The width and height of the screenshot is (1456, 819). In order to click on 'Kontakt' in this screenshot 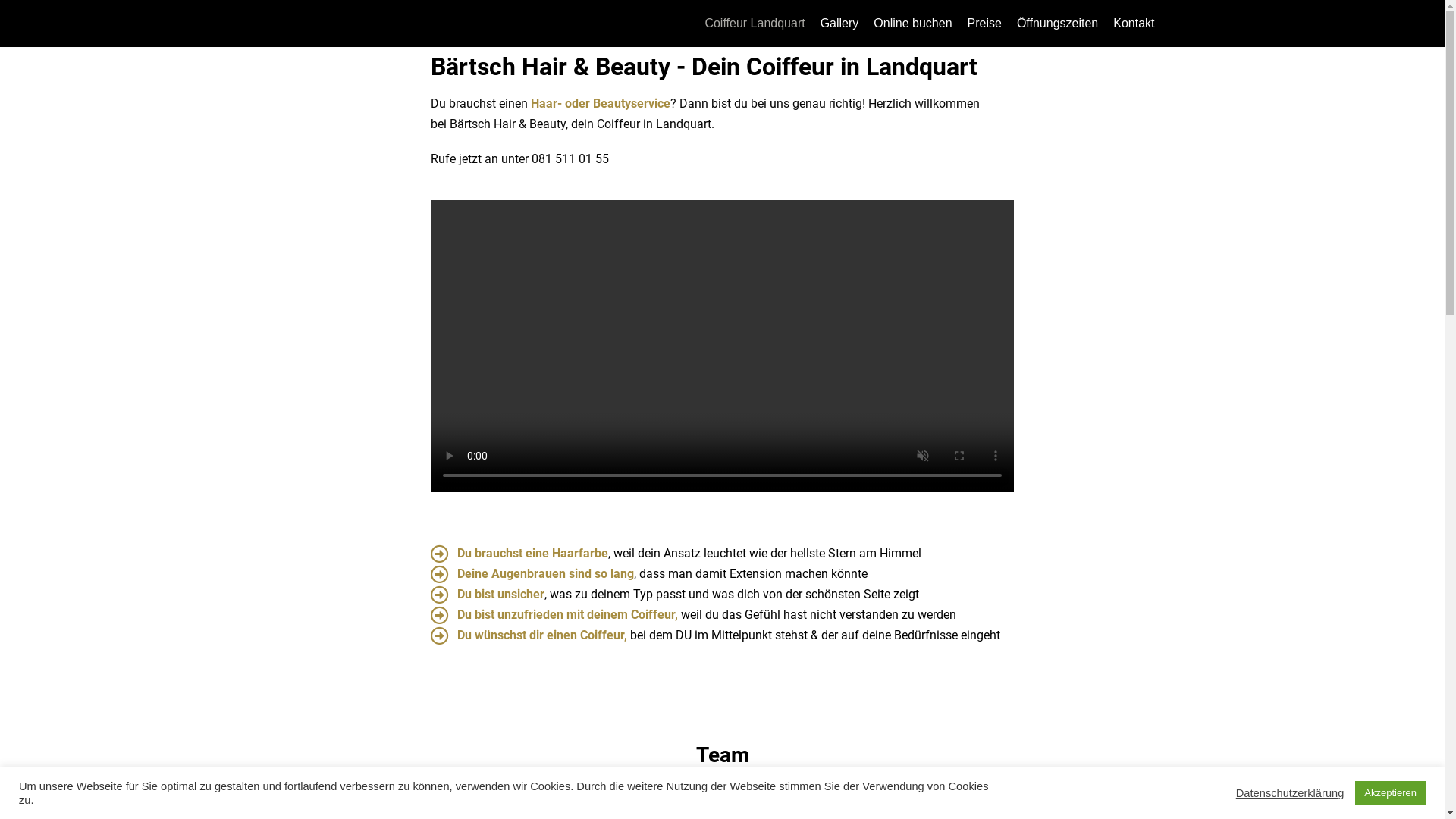, I will do `click(1133, 23)`.